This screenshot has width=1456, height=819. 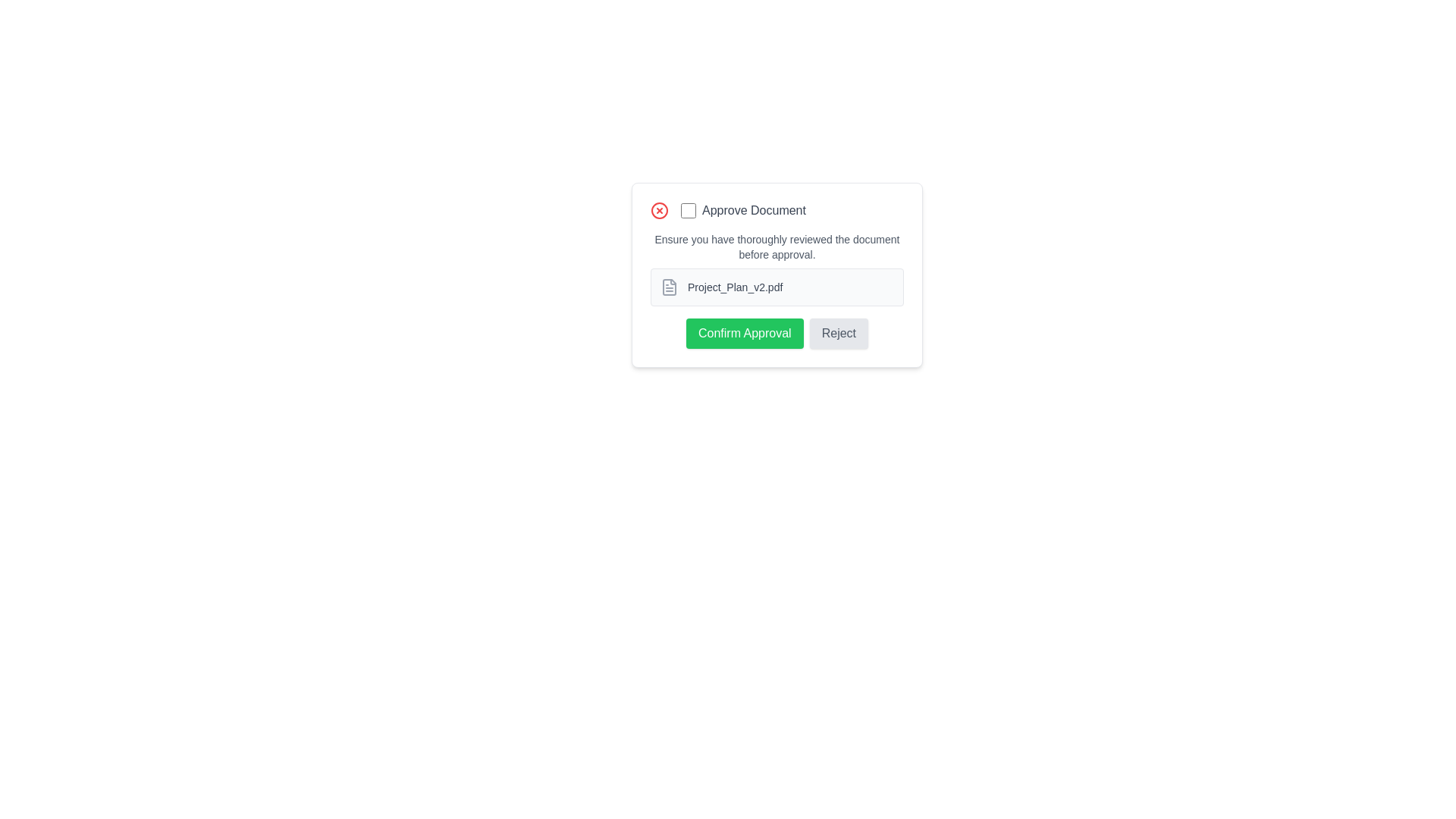 What do you see at coordinates (687, 210) in the screenshot?
I see `the square checkbox with a blue outline located to the left of the 'Approve Document' text label` at bounding box center [687, 210].